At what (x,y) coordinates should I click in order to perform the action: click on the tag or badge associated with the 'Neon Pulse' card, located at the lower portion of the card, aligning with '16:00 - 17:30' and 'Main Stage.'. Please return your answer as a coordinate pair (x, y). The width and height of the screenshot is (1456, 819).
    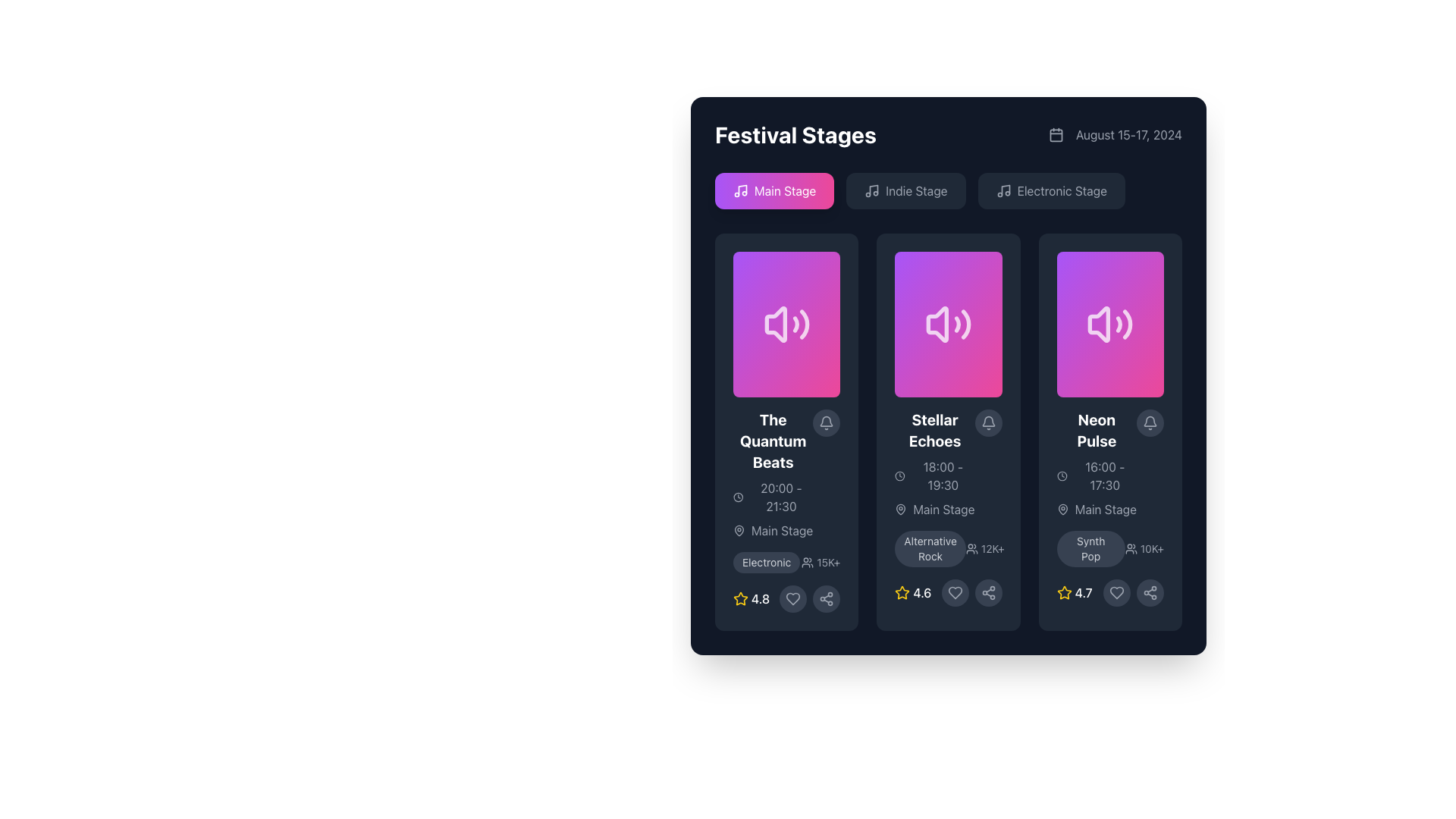
    Looking at the image, I should click on (1090, 549).